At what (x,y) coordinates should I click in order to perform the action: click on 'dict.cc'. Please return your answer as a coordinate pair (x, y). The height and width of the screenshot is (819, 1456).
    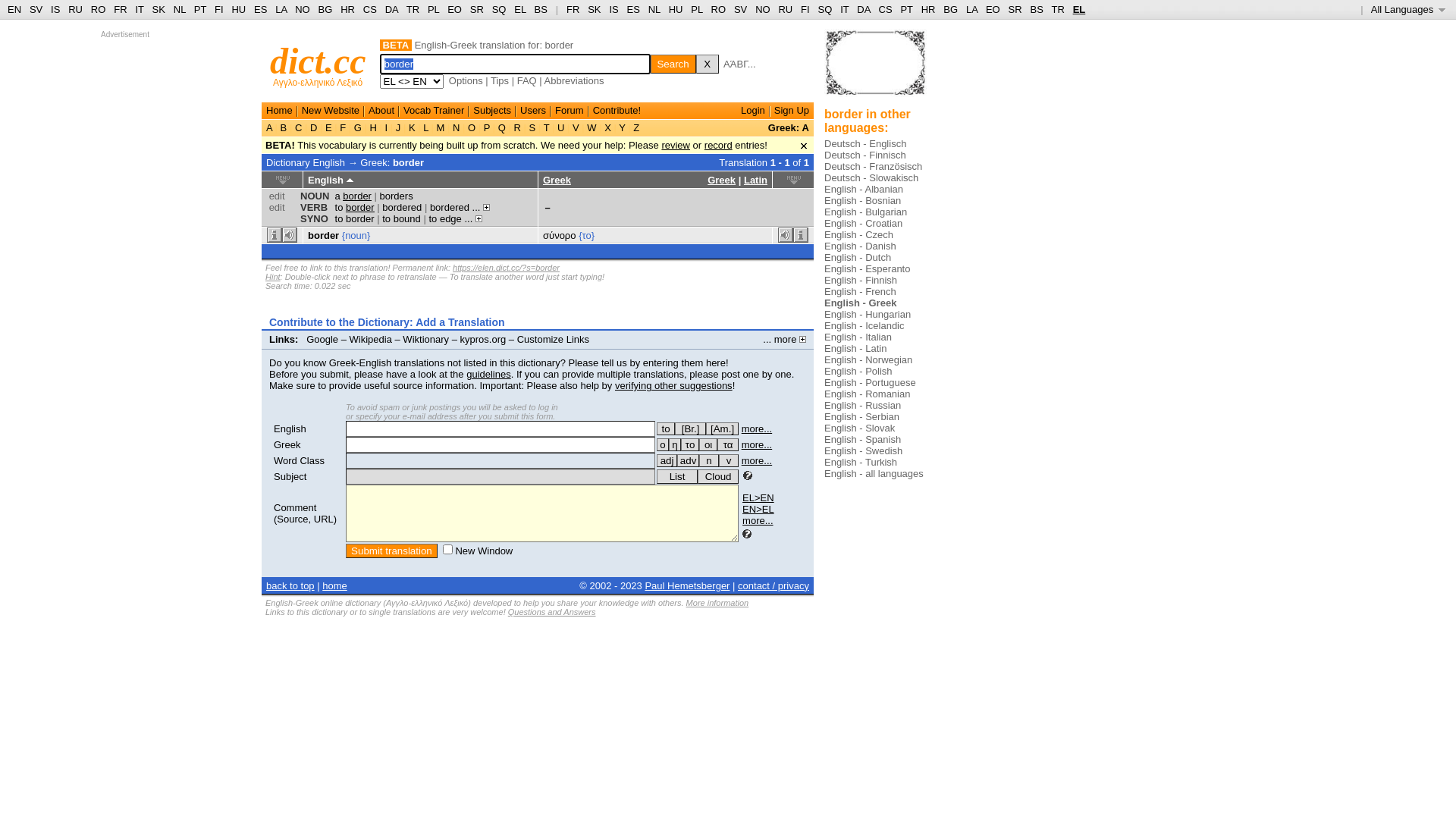
    Looking at the image, I should click on (269, 60).